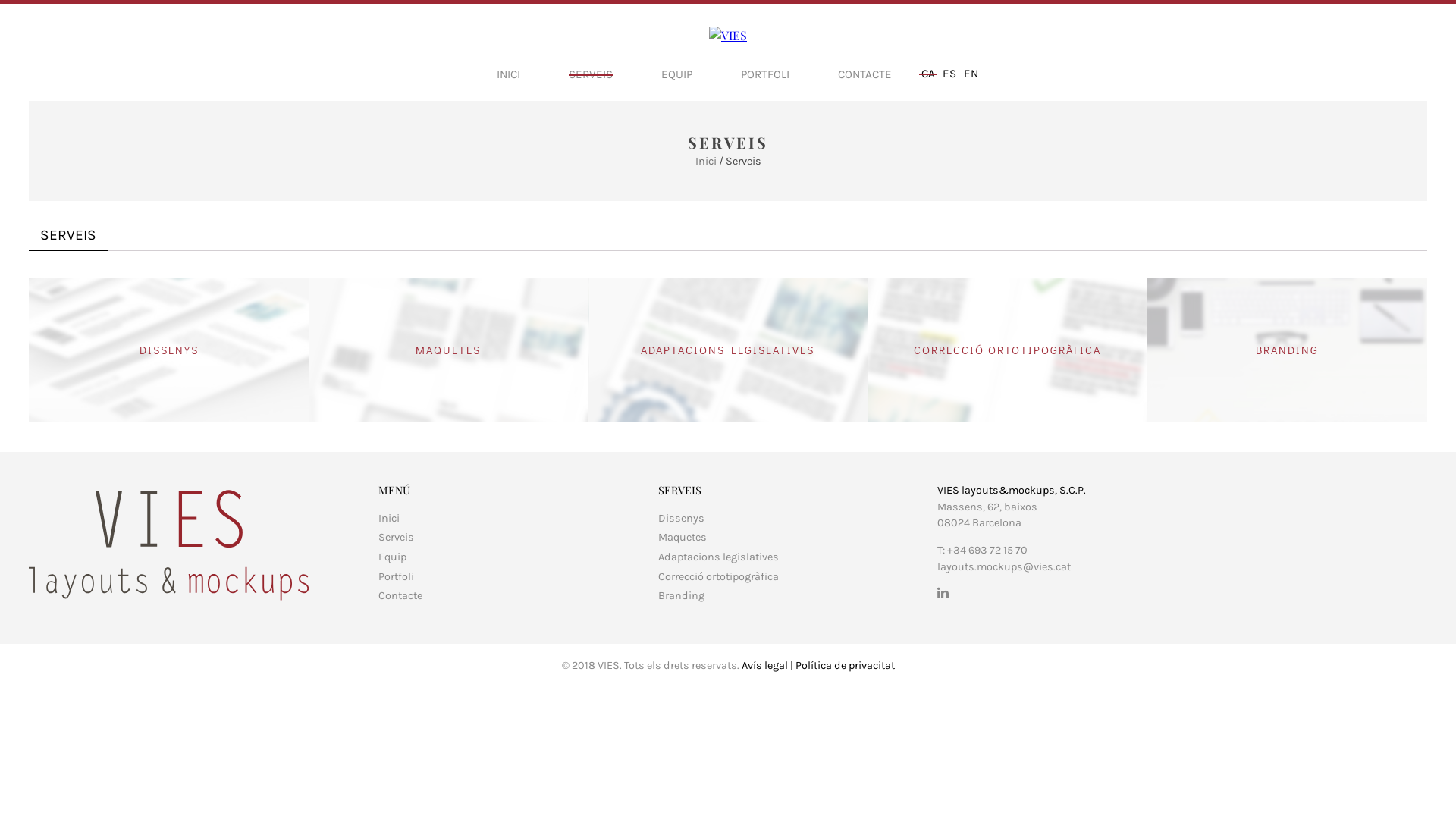 The height and width of the screenshot is (819, 1456). What do you see at coordinates (396, 576) in the screenshot?
I see `'Portfoli'` at bounding box center [396, 576].